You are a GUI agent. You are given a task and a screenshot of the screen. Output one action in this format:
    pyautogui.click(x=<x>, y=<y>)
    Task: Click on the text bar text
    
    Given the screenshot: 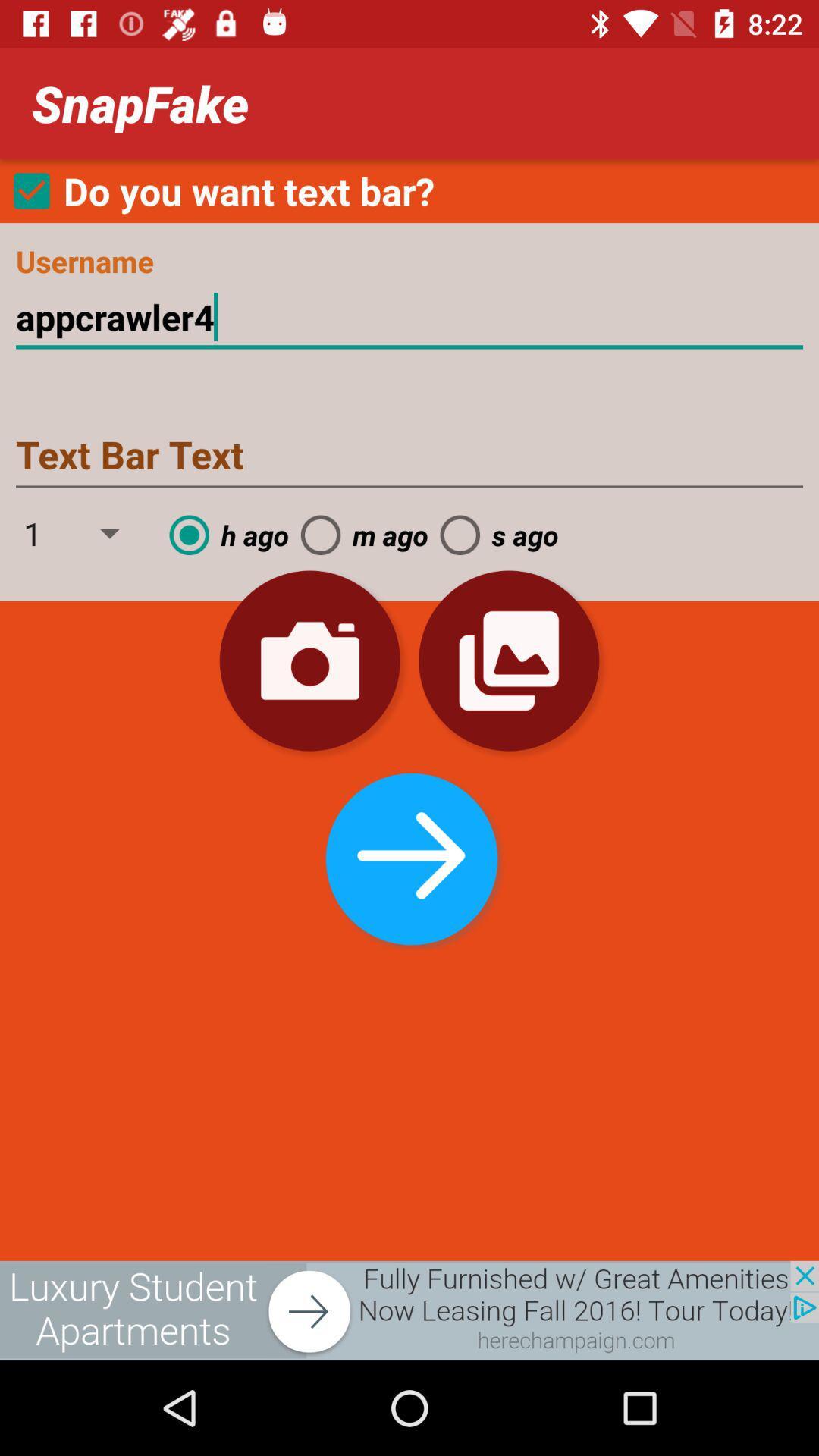 What is the action you would take?
    pyautogui.click(x=409, y=456)
    